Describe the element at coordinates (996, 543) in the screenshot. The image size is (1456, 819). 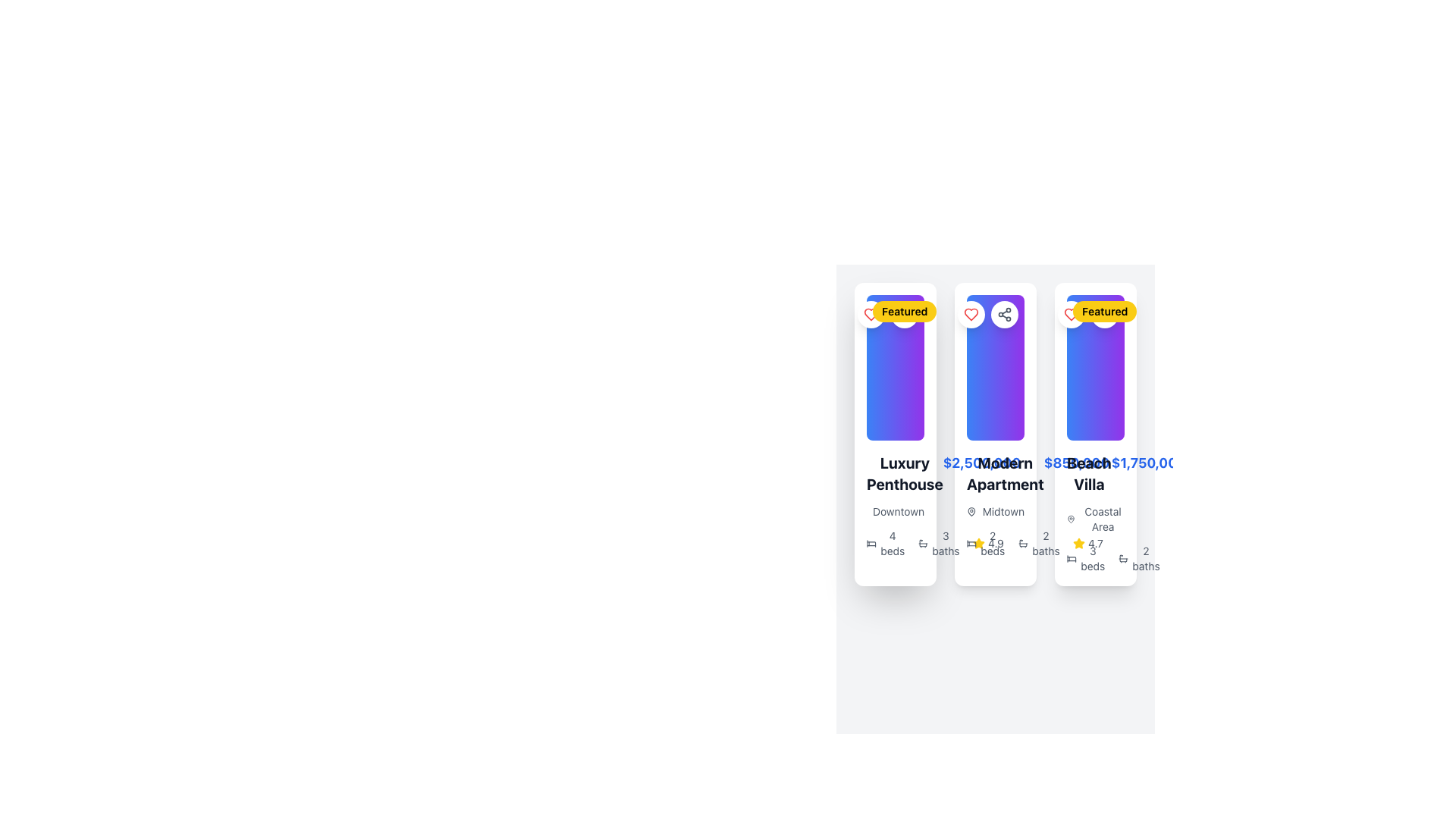
I see `rating value from the Text label that represents the rating of the 'Beach Villa' property, located to the right of the yellow star icon in the third card's layout` at that location.